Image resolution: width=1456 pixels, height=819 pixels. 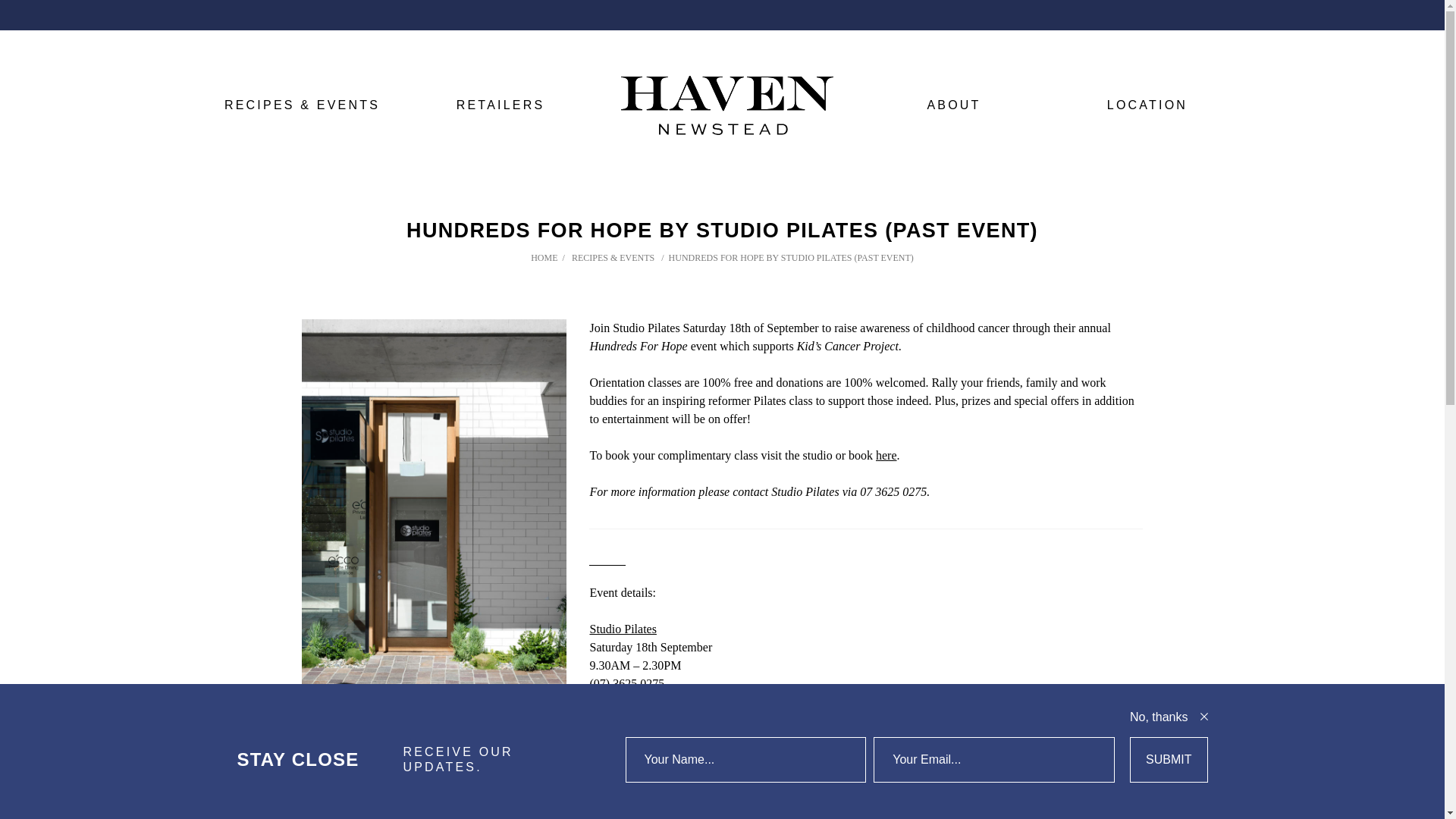 What do you see at coordinates (886, 454) in the screenshot?
I see `'here'` at bounding box center [886, 454].